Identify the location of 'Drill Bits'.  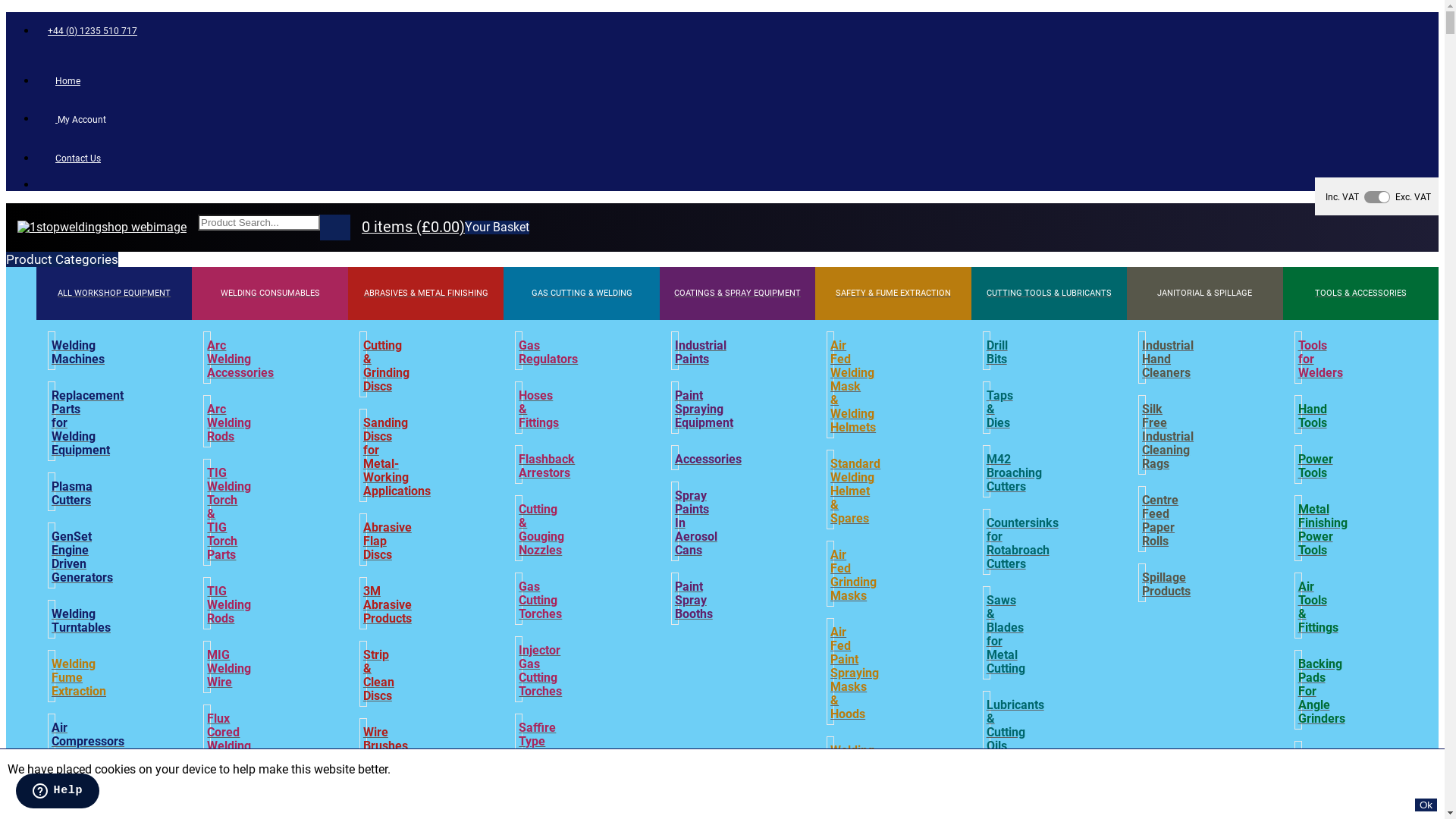
(997, 353).